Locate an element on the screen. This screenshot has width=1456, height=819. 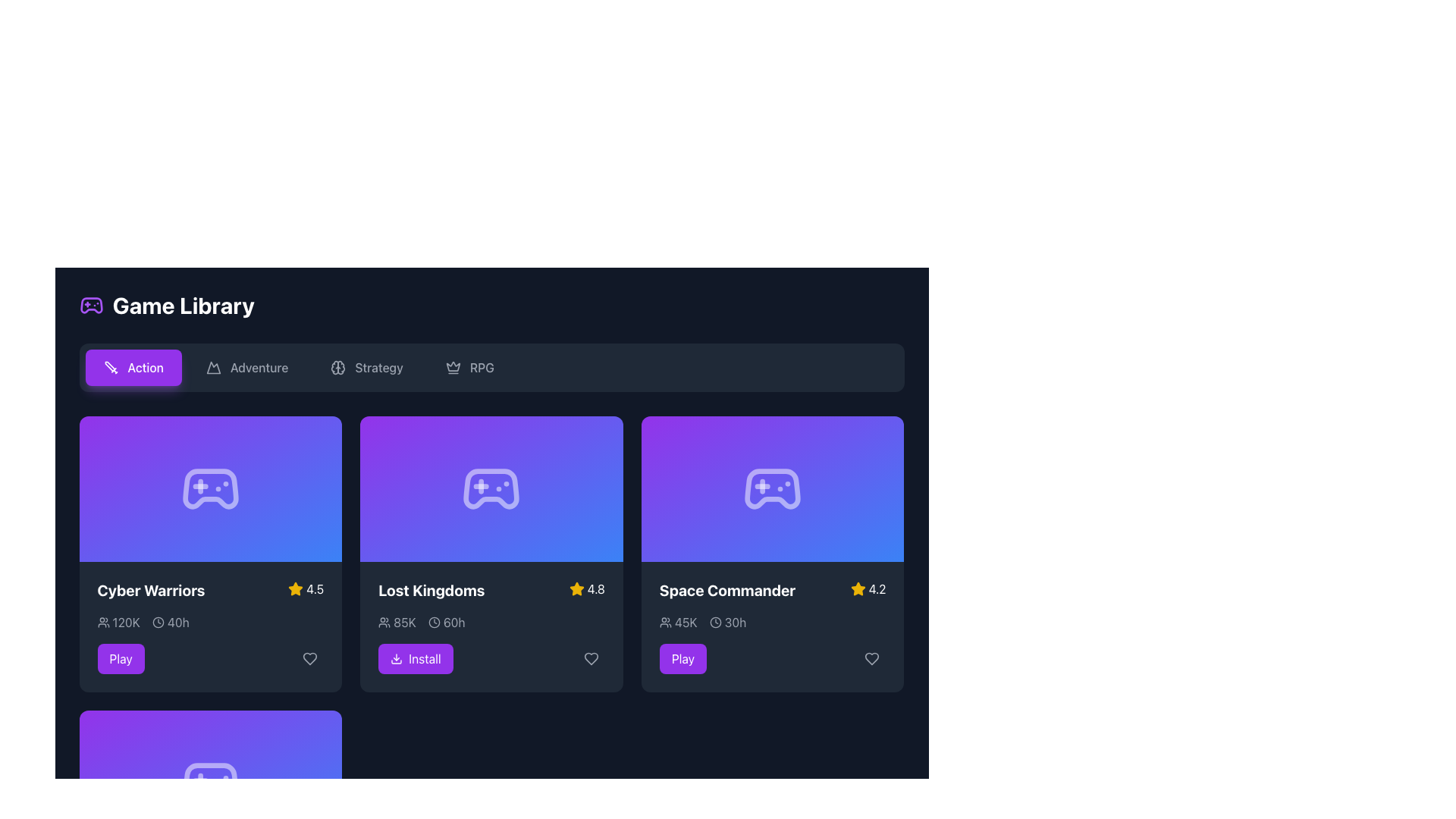
the Icon-text group indicating the approximate number of hours required to complete the associated entry in the 'Space Commander' section of the game cards is located at coordinates (728, 623).